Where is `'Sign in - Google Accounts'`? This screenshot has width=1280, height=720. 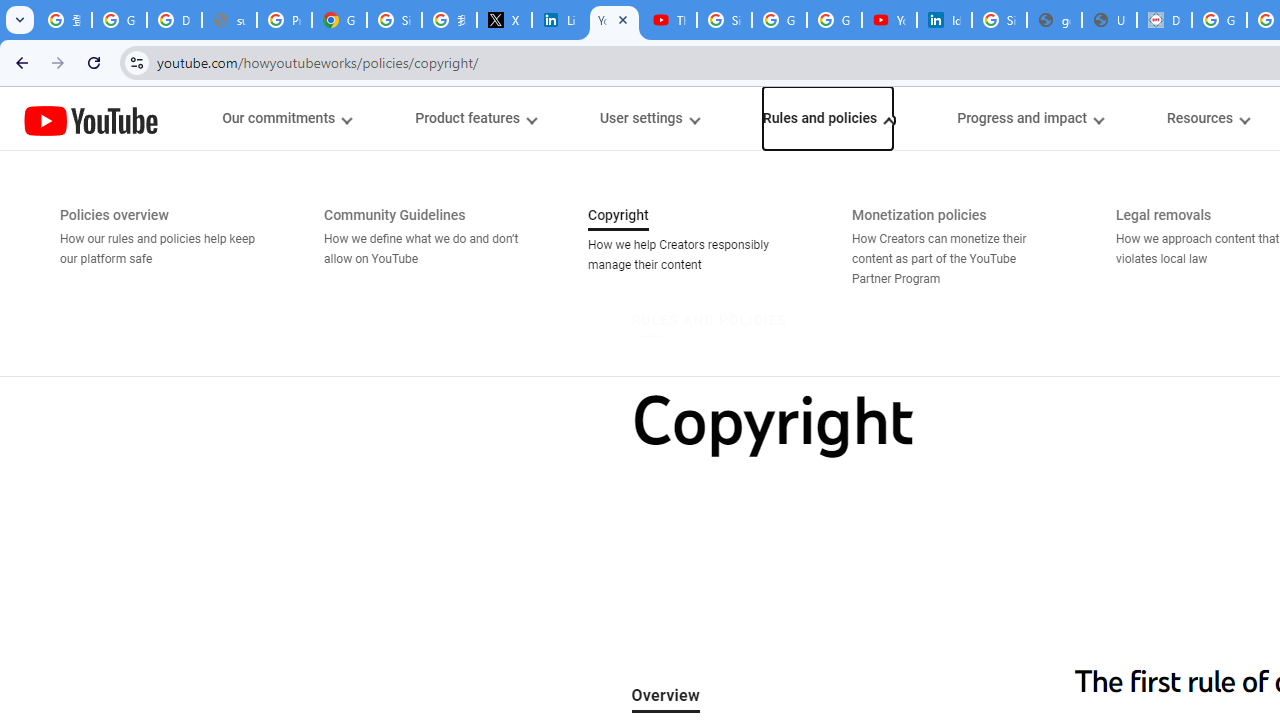
'Sign in - Google Accounts' is located at coordinates (724, 20).